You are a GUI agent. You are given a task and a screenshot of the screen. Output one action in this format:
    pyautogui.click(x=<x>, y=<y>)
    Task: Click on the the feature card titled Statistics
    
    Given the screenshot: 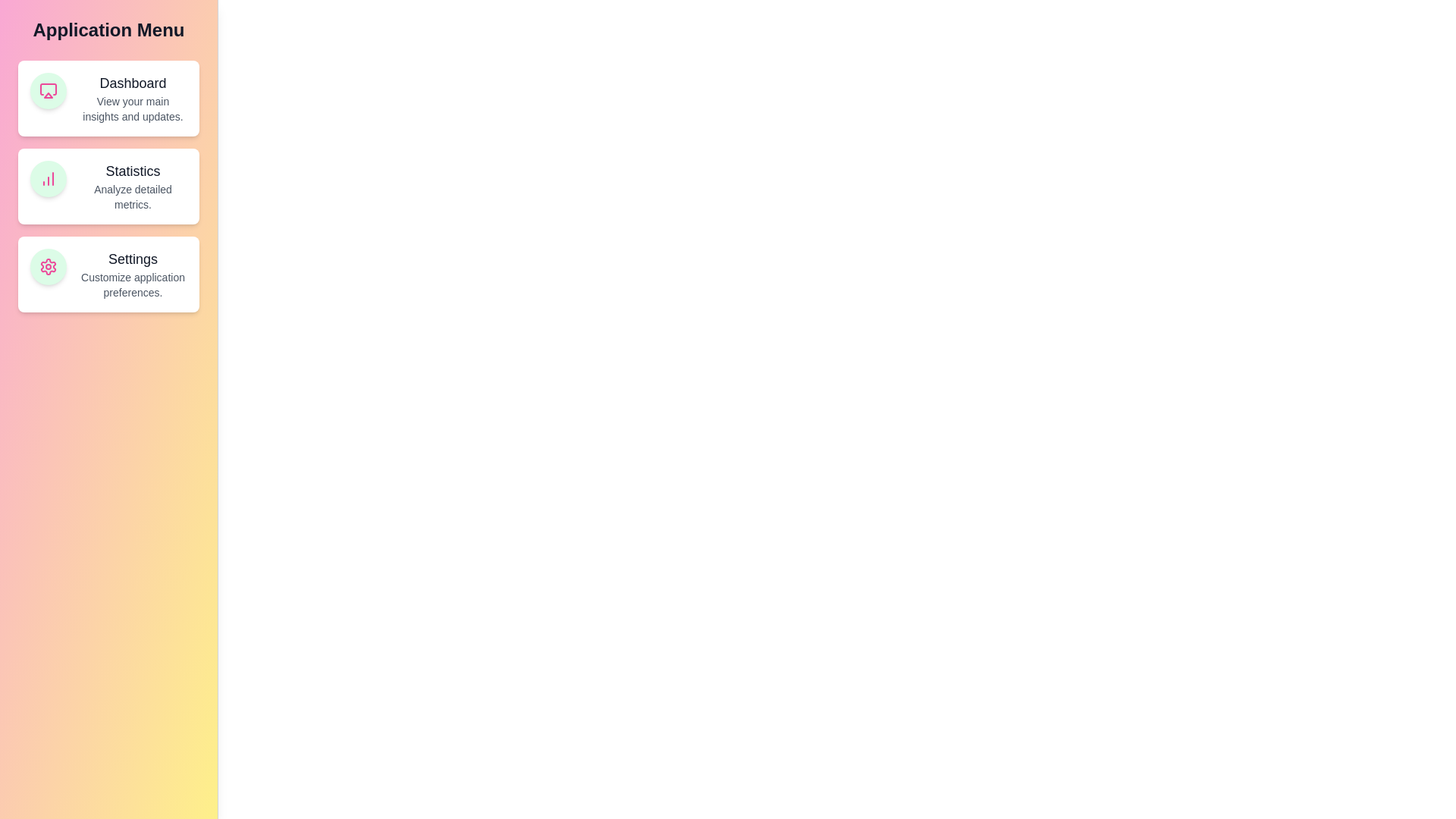 What is the action you would take?
    pyautogui.click(x=108, y=186)
    